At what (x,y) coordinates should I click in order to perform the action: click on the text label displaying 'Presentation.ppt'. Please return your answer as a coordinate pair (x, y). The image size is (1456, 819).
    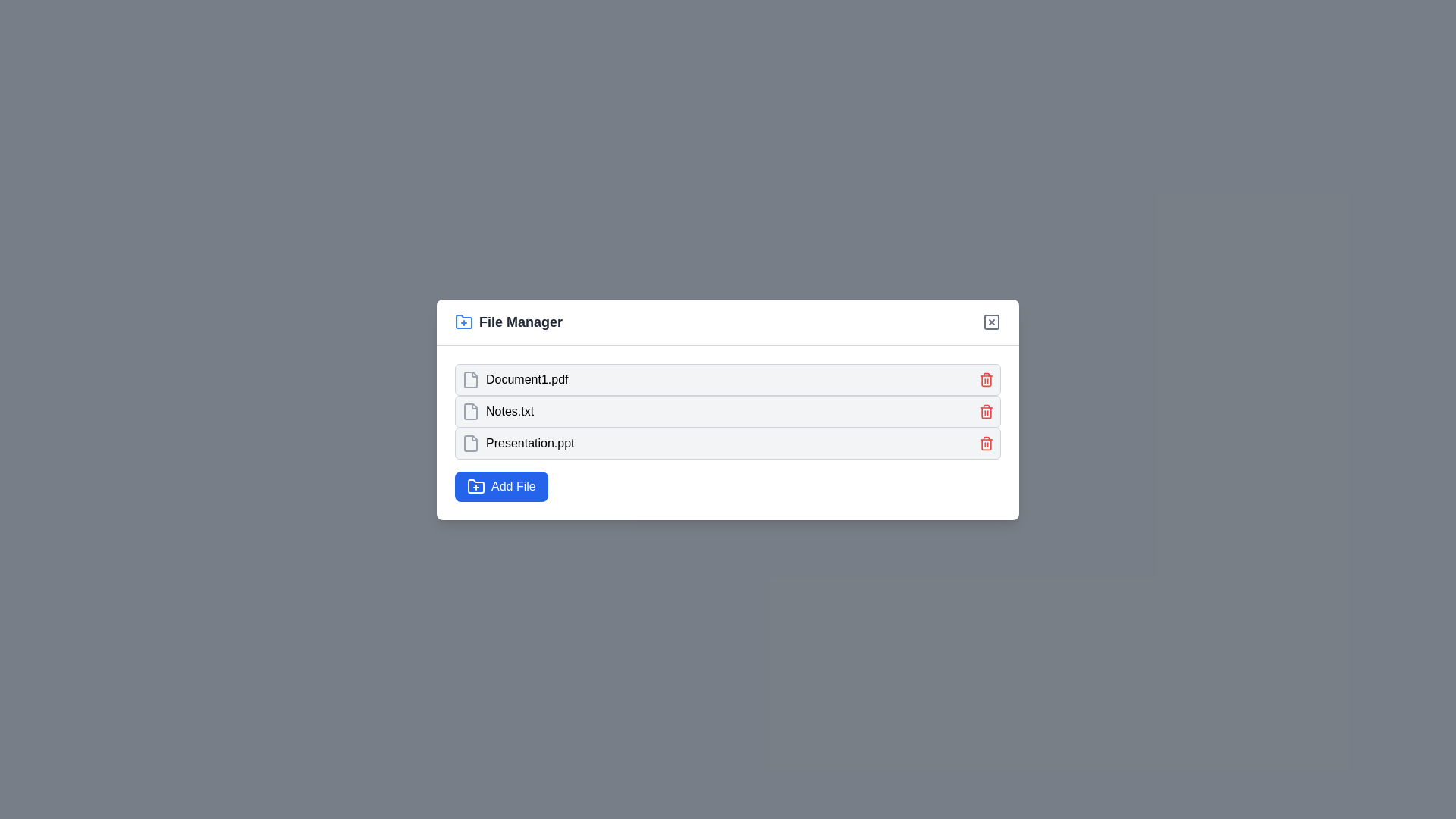
    Looking at the image, I should click on (530, 442).